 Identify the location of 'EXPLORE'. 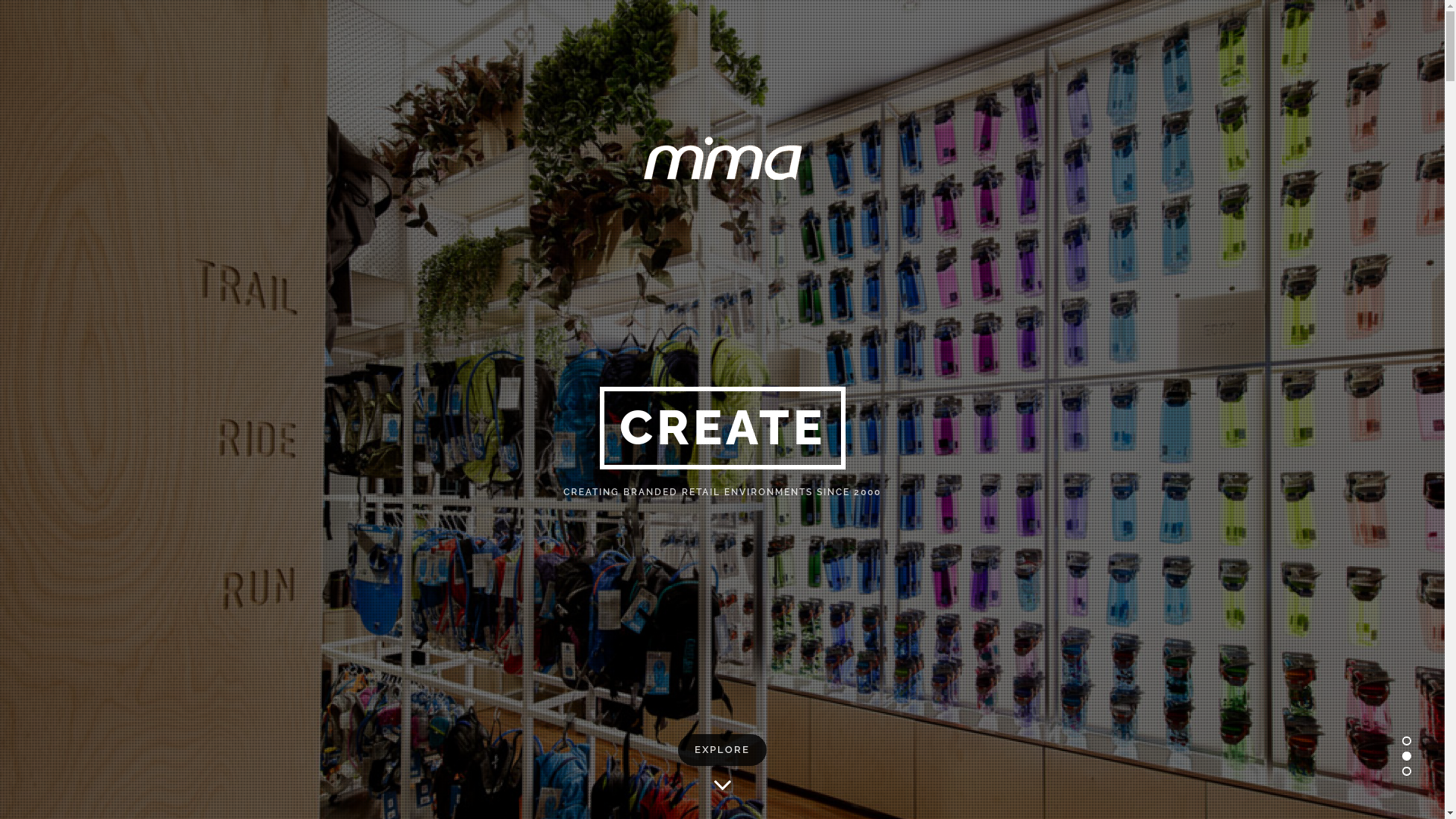
(721, 748).